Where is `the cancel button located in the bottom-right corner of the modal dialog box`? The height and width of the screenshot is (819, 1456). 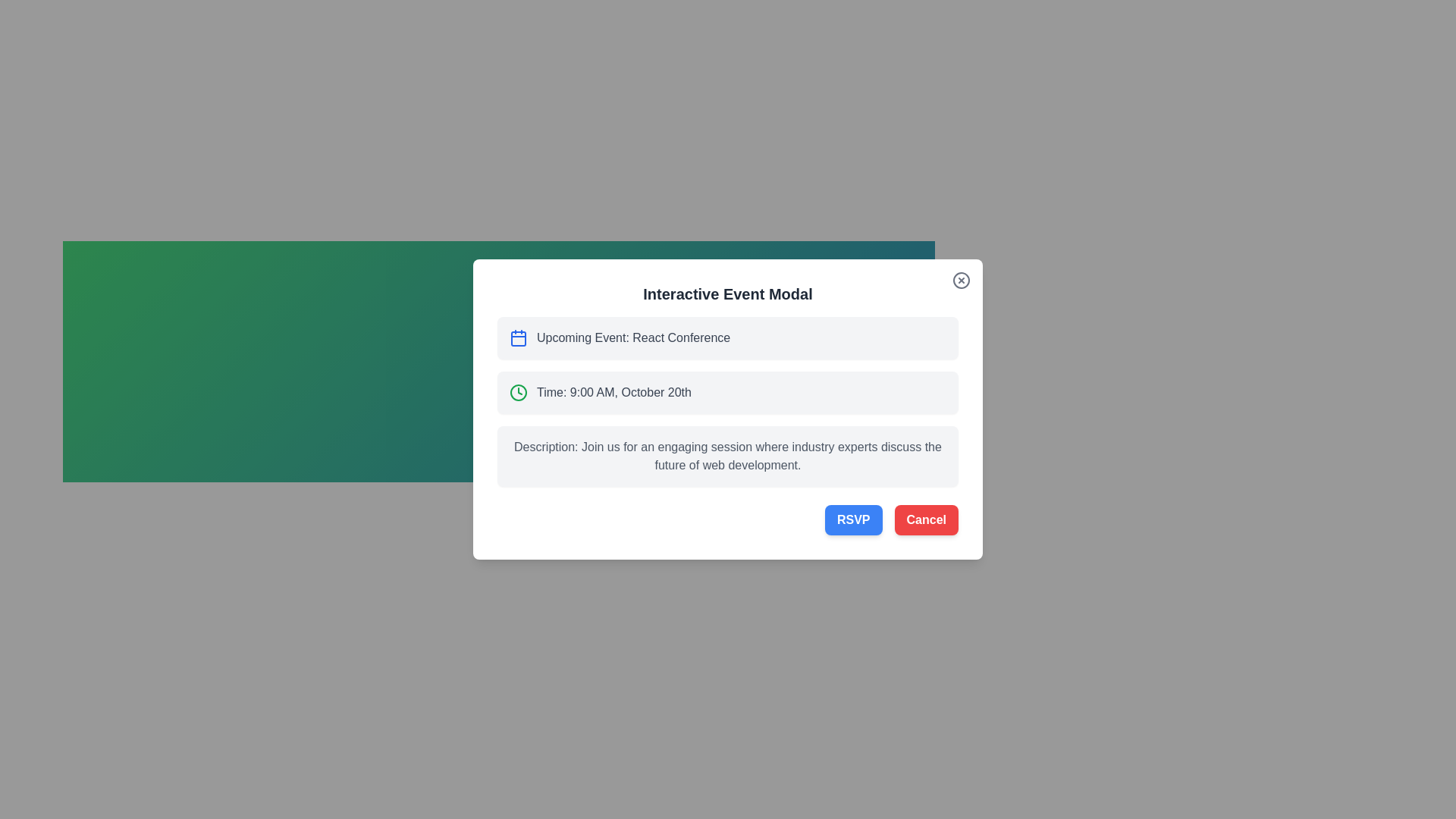
the cancel button located in the bottom-right corner of the modal dialog box is located at coordinates (925, 519).